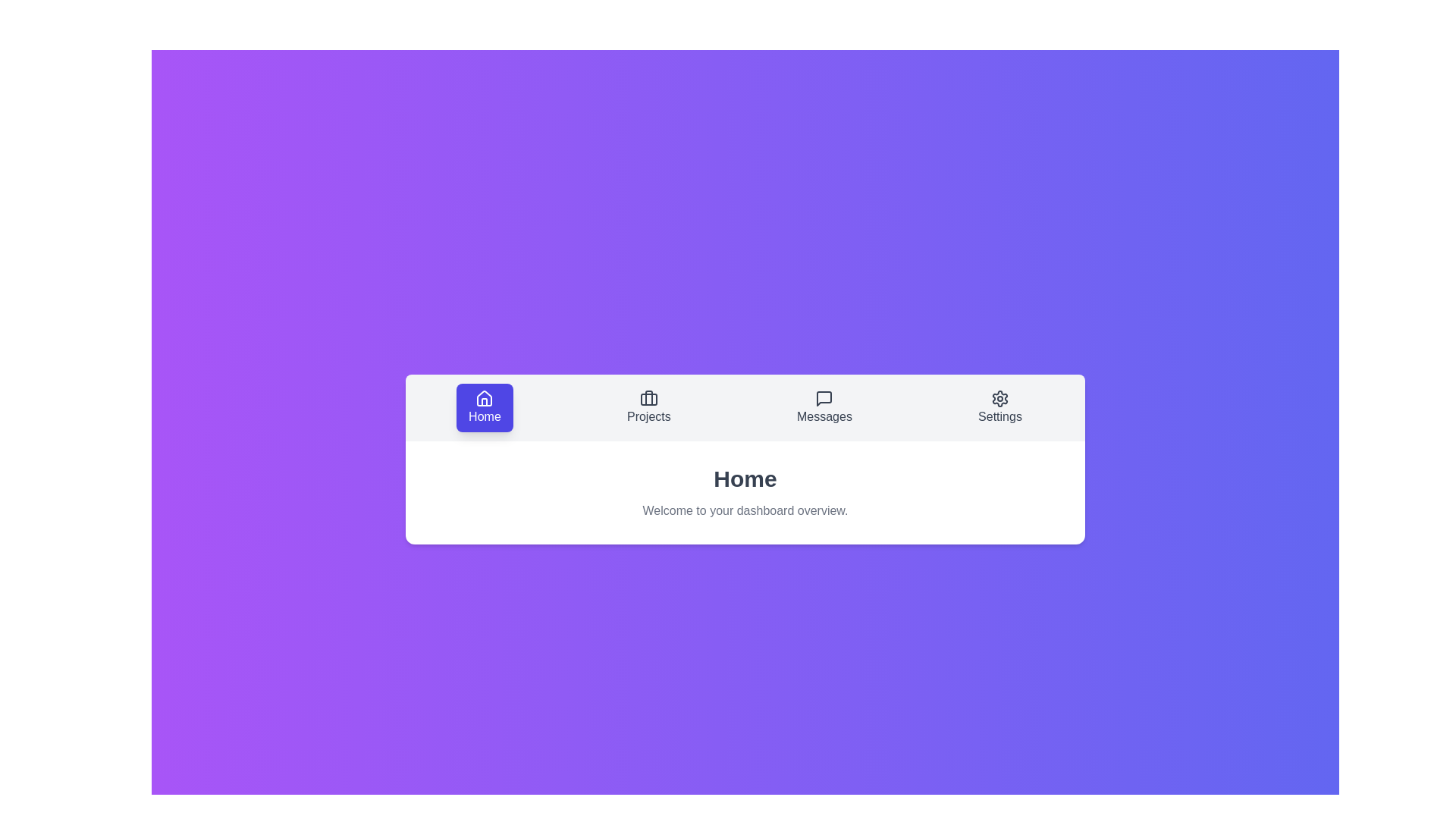  What do you see at coordinates (824, 406) in the screenshot?
I see `the Messages tab by clicking on it` at bounding box center [824, 406].